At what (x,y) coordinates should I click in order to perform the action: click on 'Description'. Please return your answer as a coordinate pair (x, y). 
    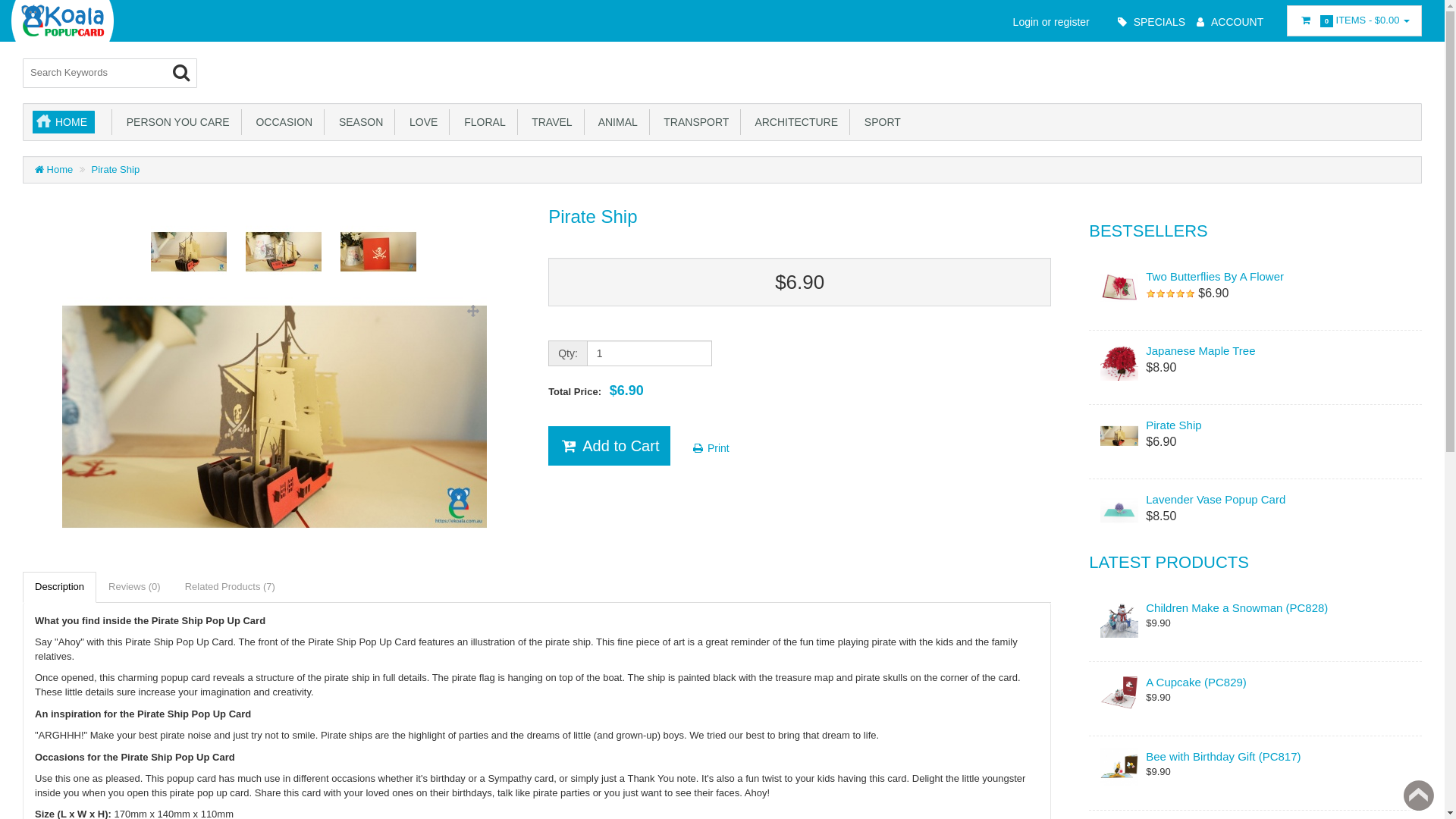
    Looking at the image, I should click on (59, 586).